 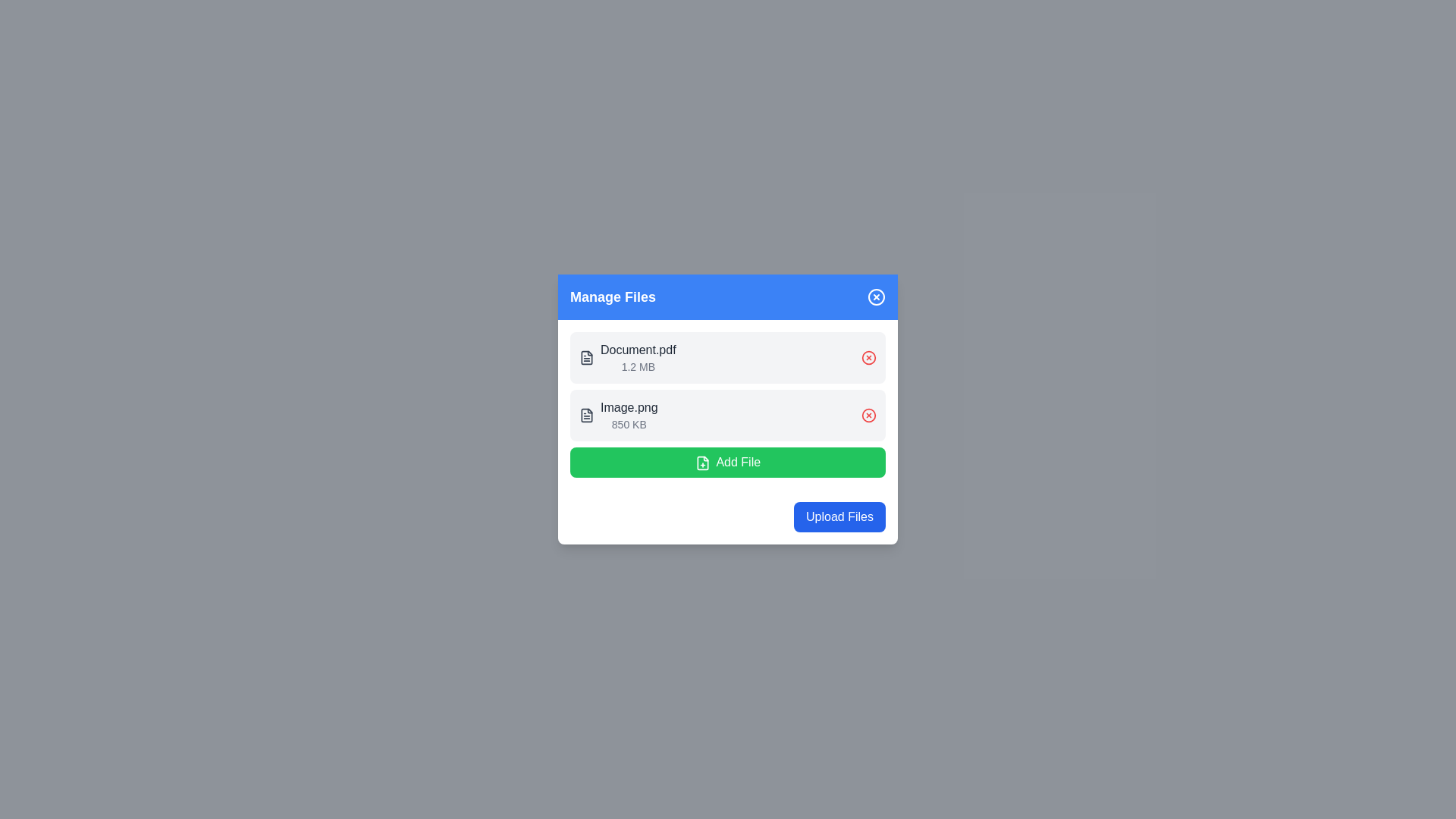 I want to click on the 'Manage Files' text label, which is prominently displayed in white on the blue header bar of the file management panel, so click(x=613, y=297).